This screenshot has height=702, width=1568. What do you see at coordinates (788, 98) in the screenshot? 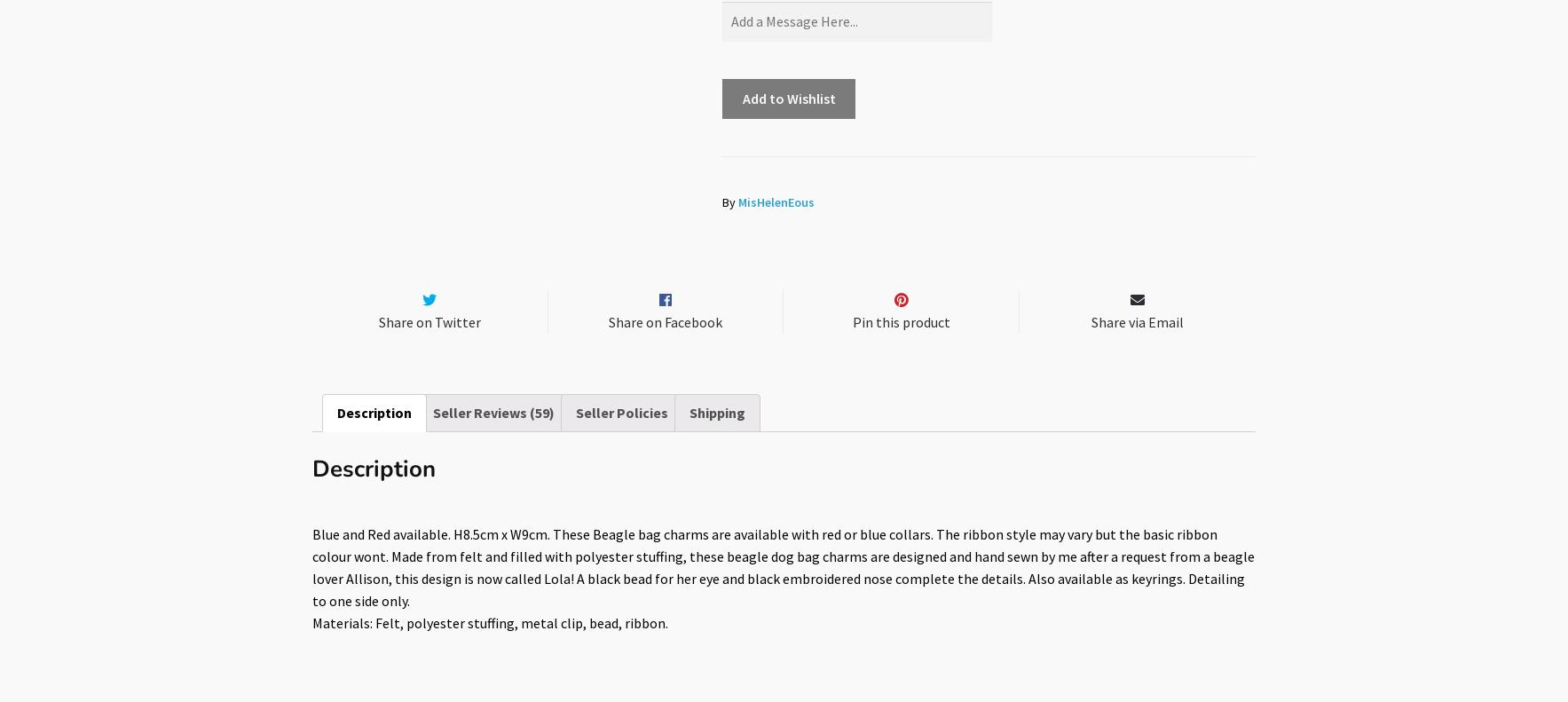
I see `'Add to Wishlist'` at bounding box center [788, 98].